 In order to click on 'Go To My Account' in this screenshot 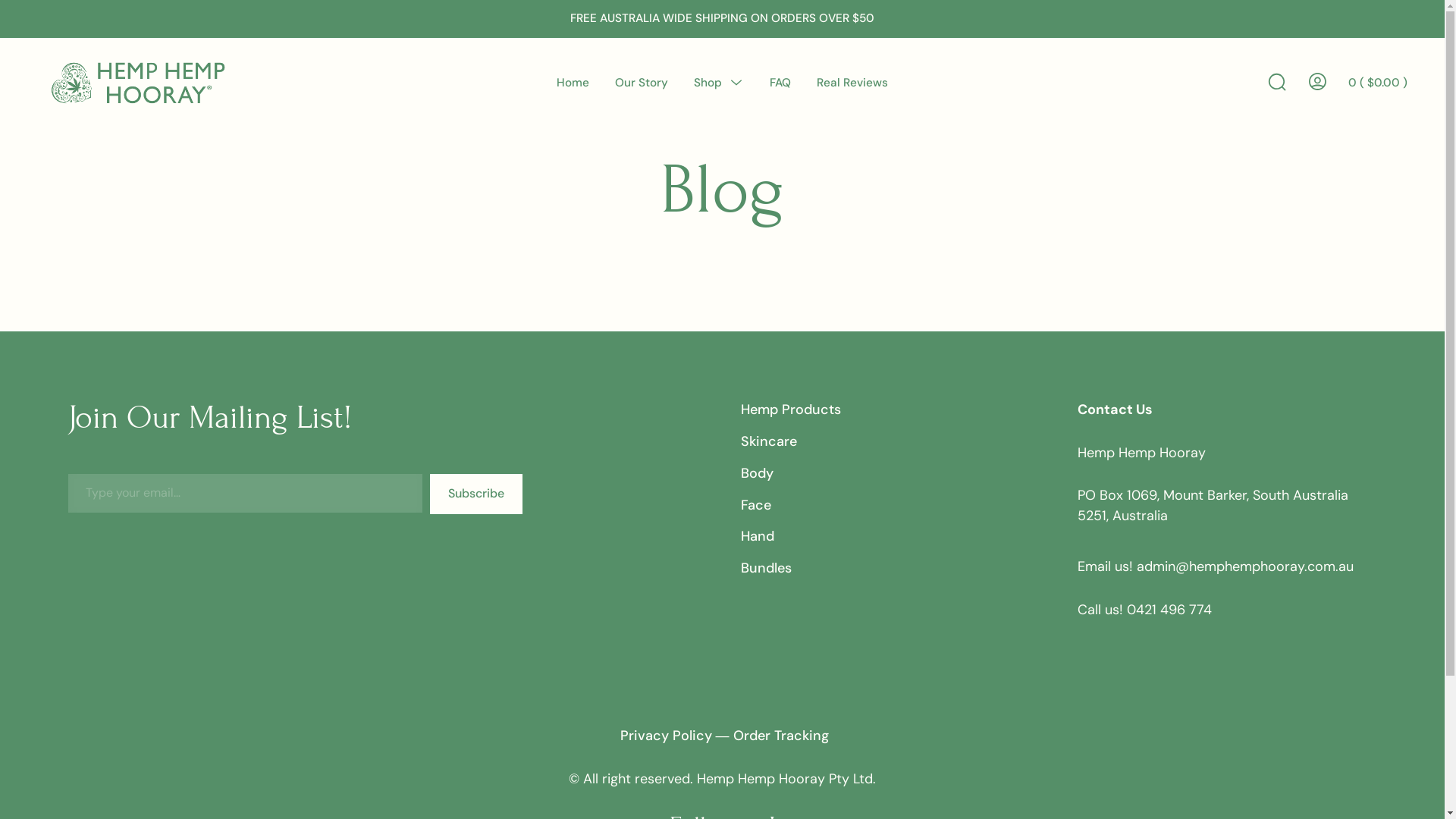, I will do `click(1316, 81)`.